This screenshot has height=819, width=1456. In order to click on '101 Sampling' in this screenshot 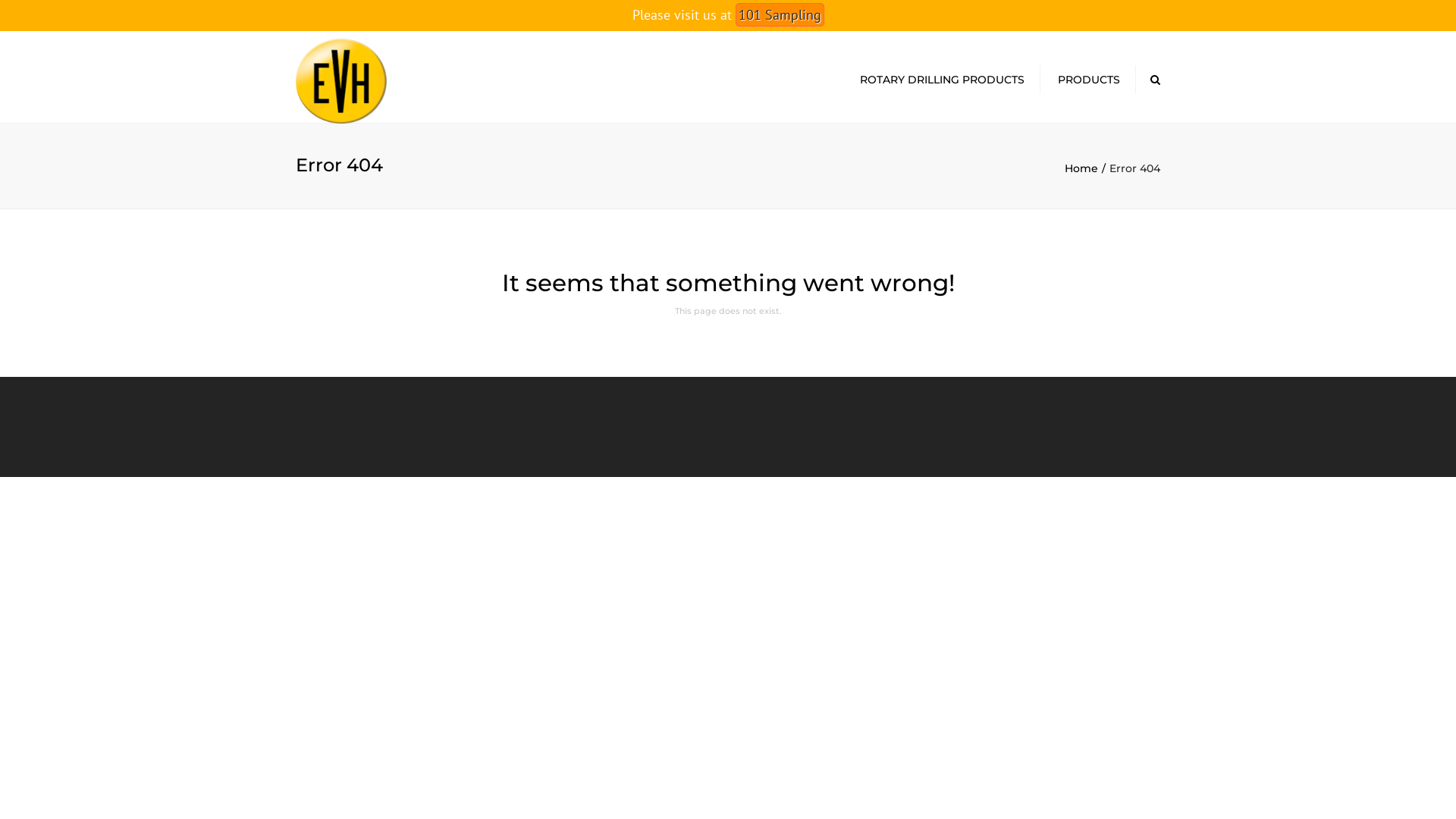, I will do `click(735, 14)`.